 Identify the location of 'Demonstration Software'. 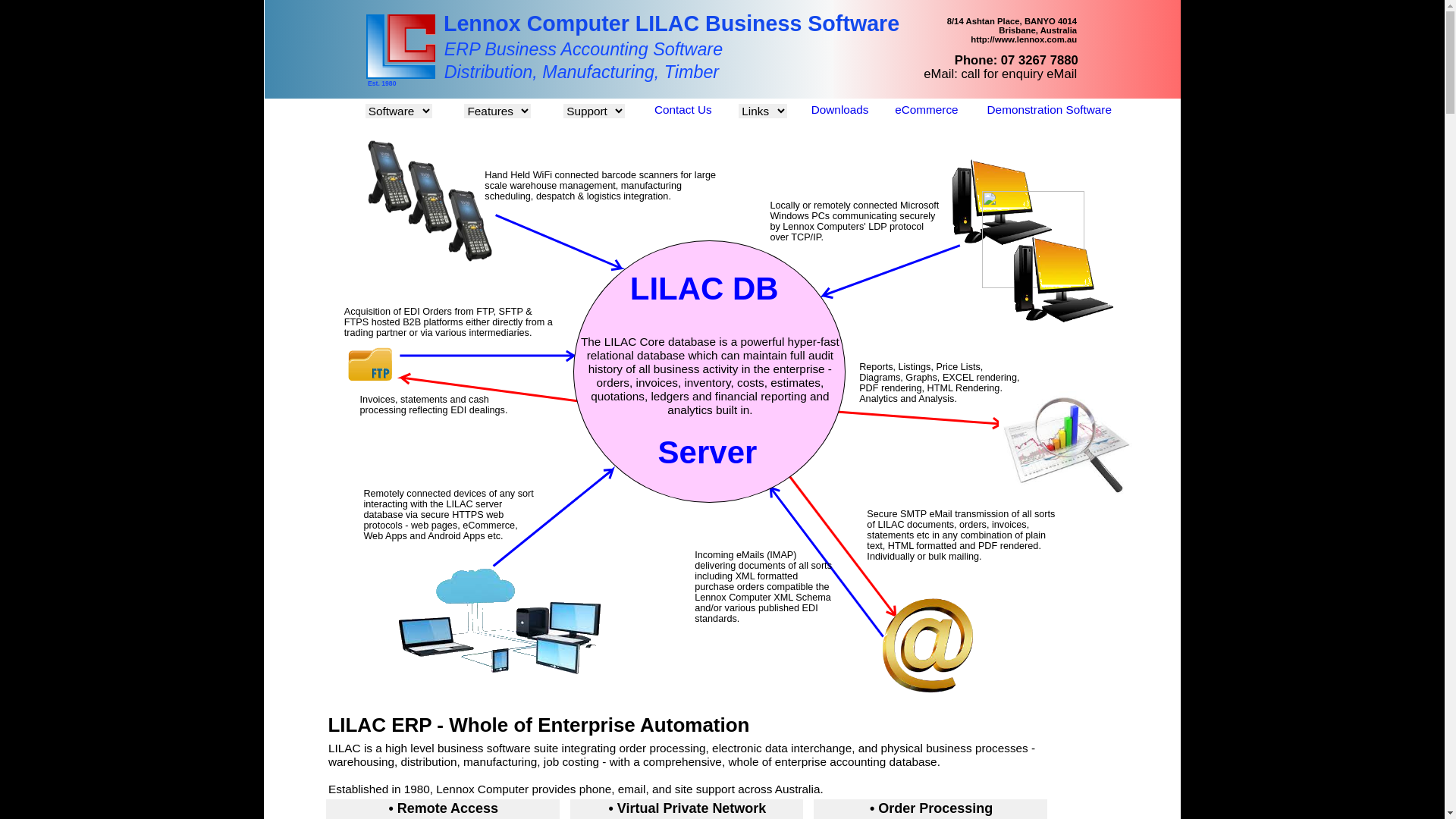
(1048, 108).